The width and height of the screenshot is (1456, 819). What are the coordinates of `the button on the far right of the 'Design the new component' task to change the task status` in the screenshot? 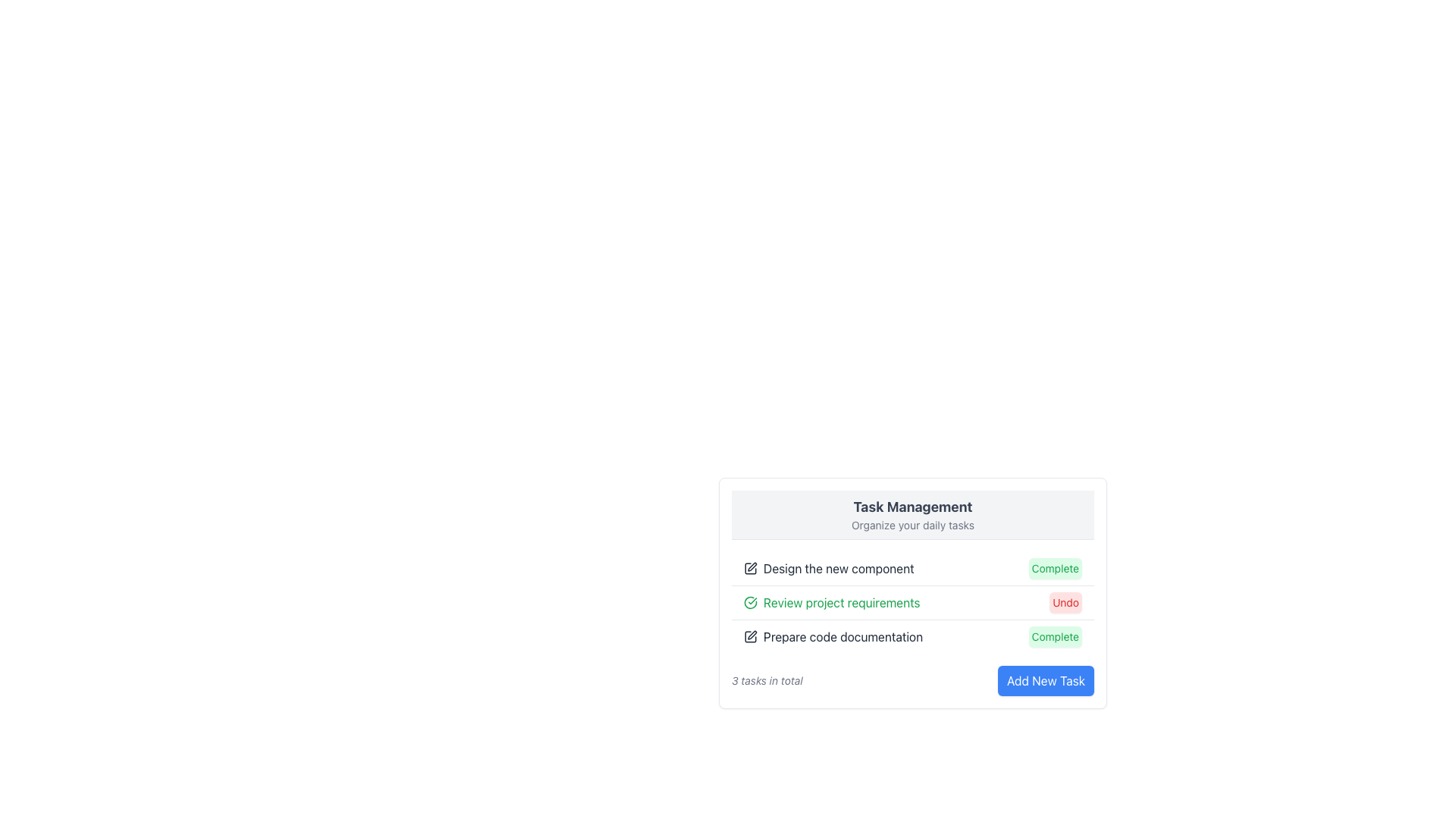 It's located at (1054, 568).